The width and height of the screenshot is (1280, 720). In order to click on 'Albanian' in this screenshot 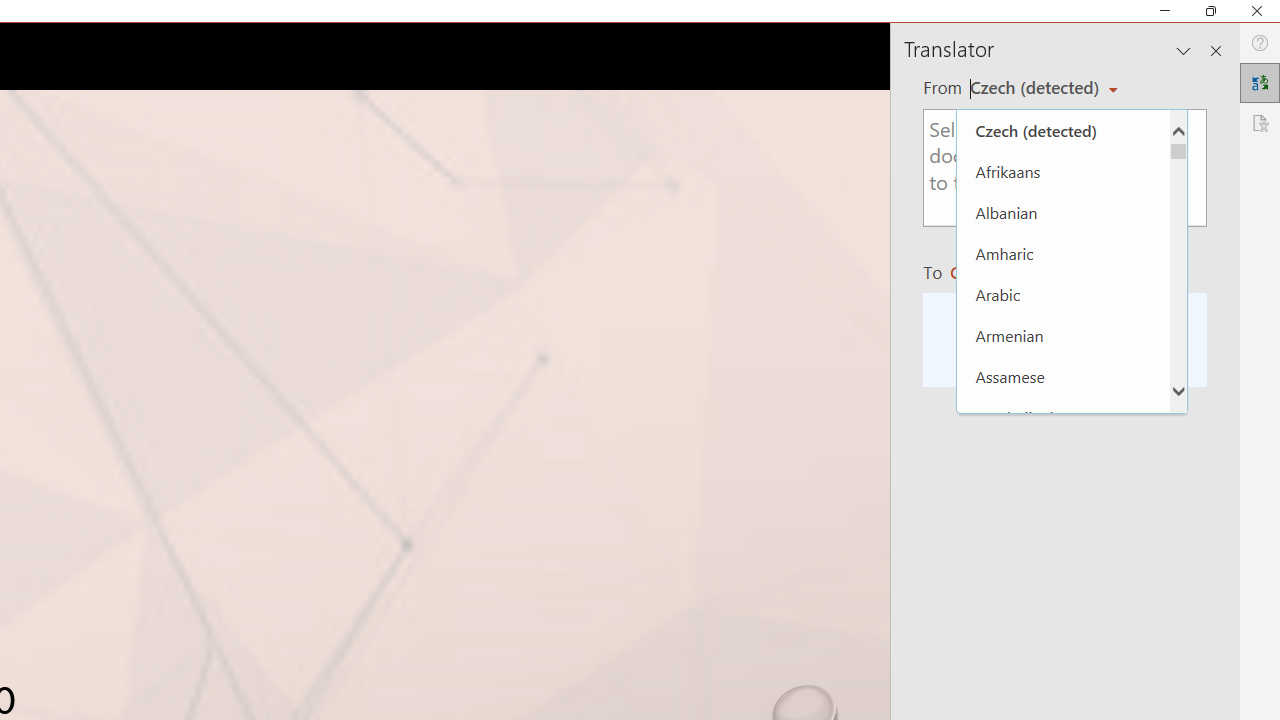, I will do `click(1062, 212)`.